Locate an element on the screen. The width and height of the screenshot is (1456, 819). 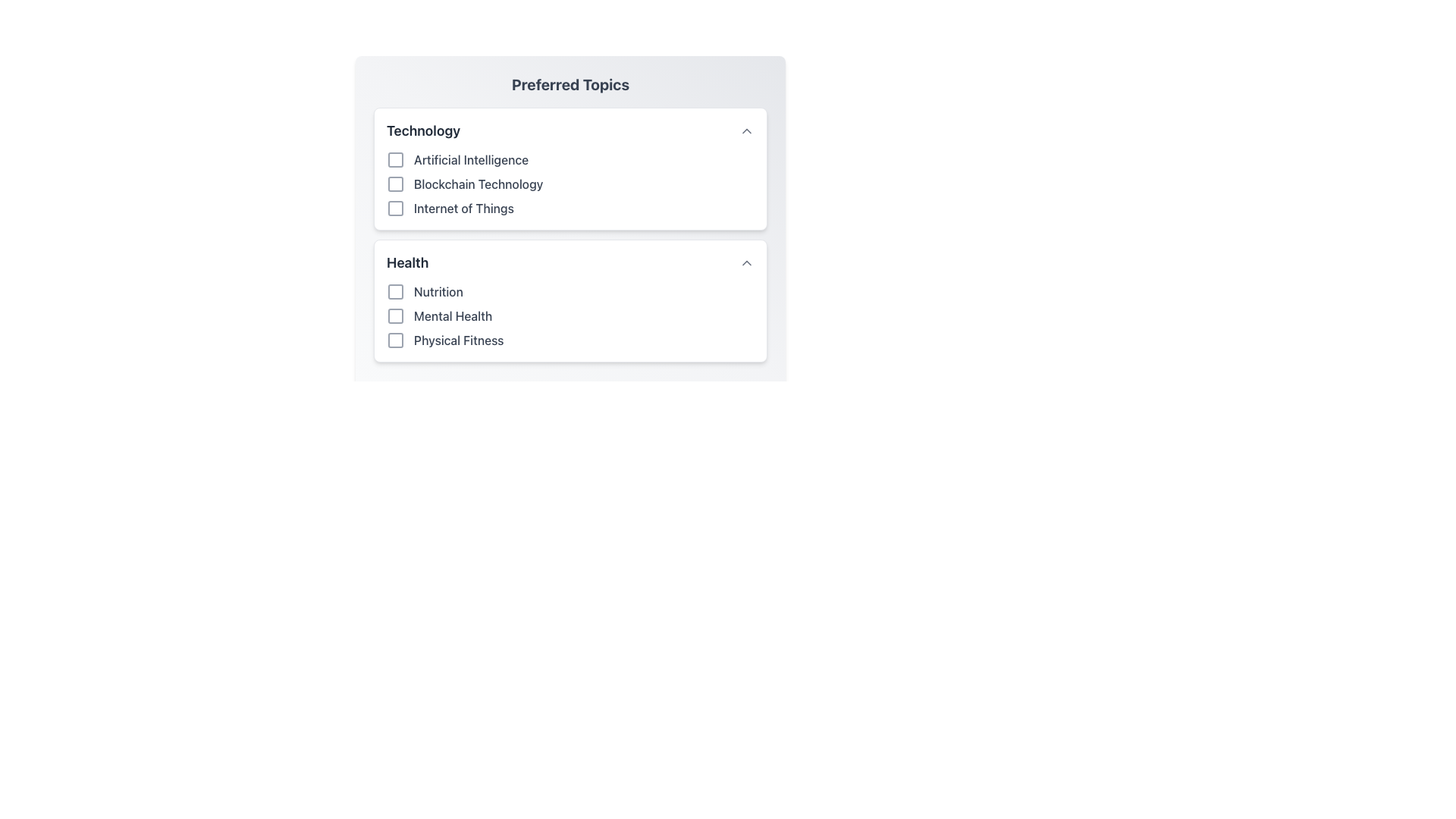
the checkbox labeled 'Mental Health' is located at coordinates (570, 315).